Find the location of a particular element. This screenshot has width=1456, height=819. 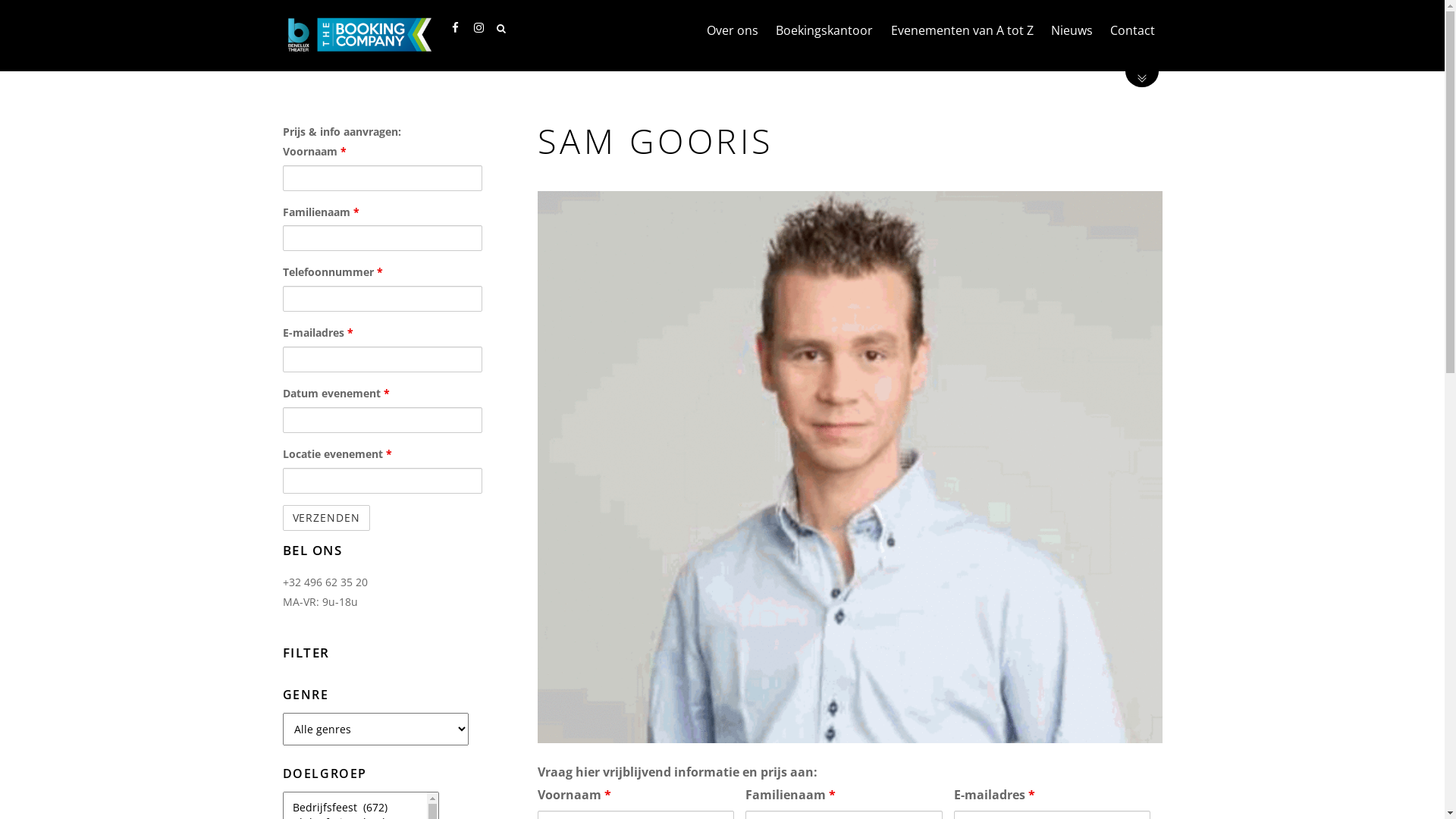

'Boekingskantoor' is located at coordinates (824, 30).